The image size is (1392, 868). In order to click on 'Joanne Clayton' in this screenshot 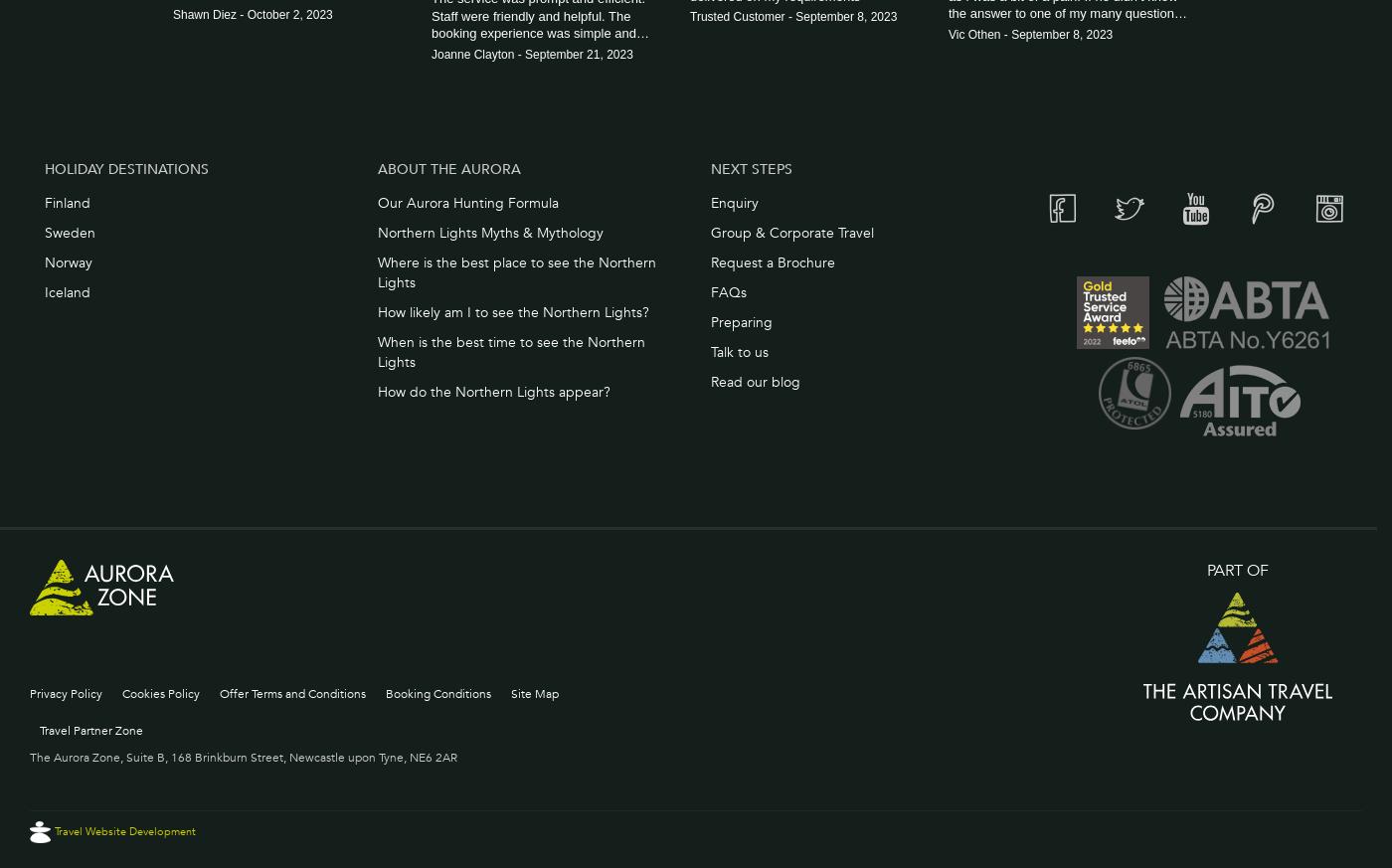, I will do `click(472, 53)`.